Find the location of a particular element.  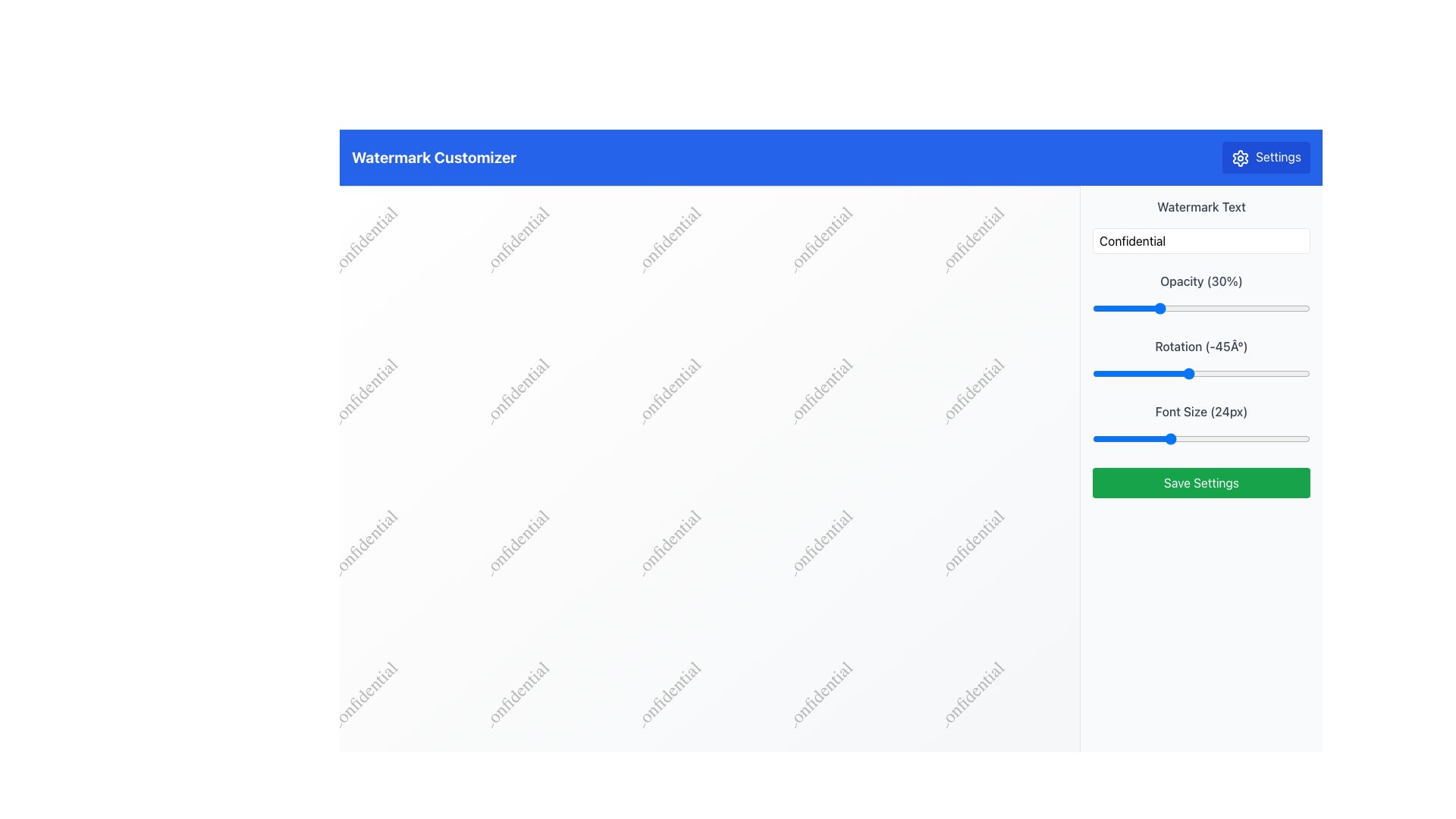

the font size slider is located at coordinates (1141, 438).